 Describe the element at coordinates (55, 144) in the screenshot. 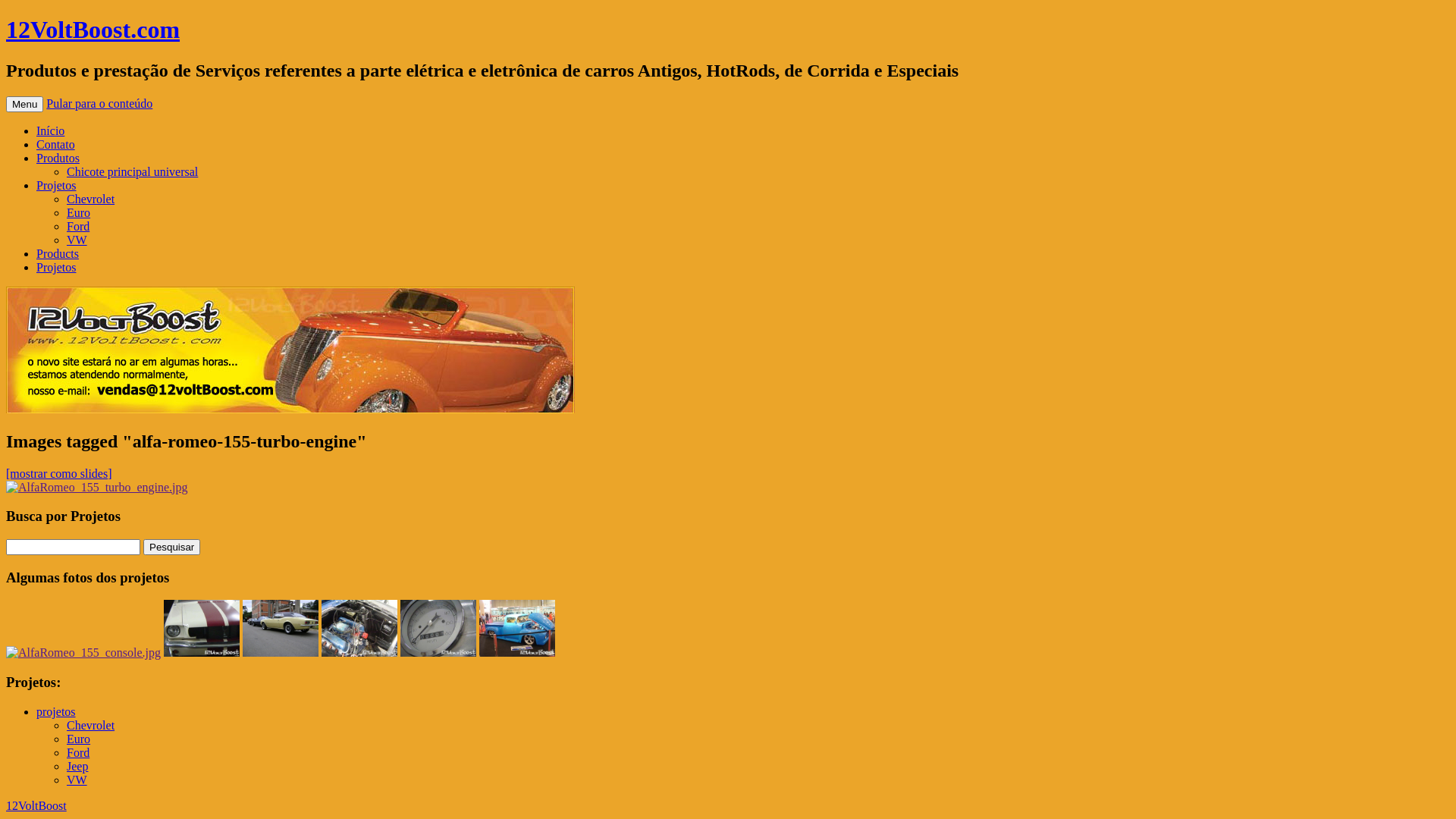

I see `'Contato'` at that location.